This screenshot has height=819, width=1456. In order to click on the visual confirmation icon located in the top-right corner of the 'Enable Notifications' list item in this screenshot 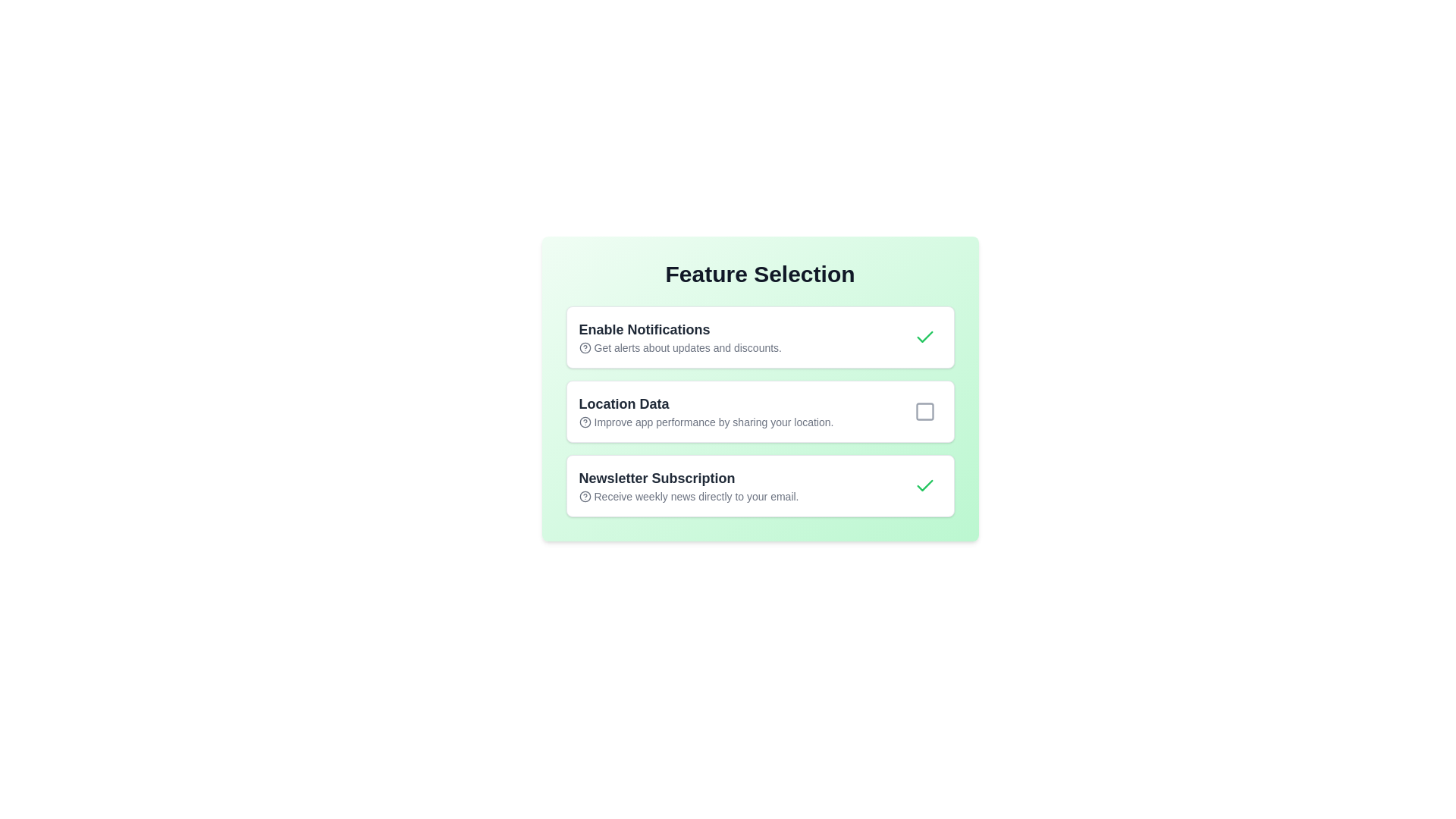, I will do `click(924, 336)`.